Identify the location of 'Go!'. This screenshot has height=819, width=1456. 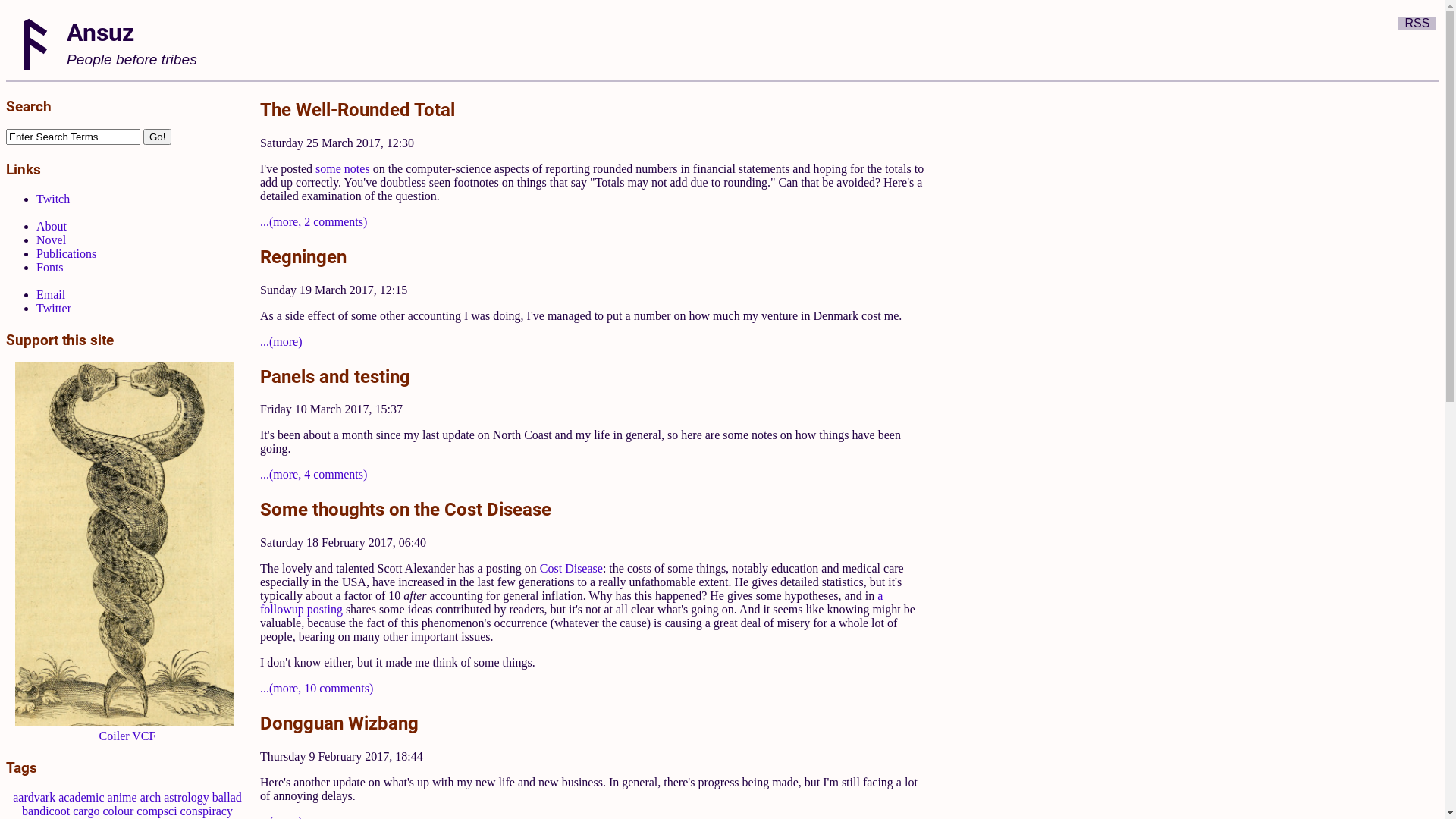
(157, 136).